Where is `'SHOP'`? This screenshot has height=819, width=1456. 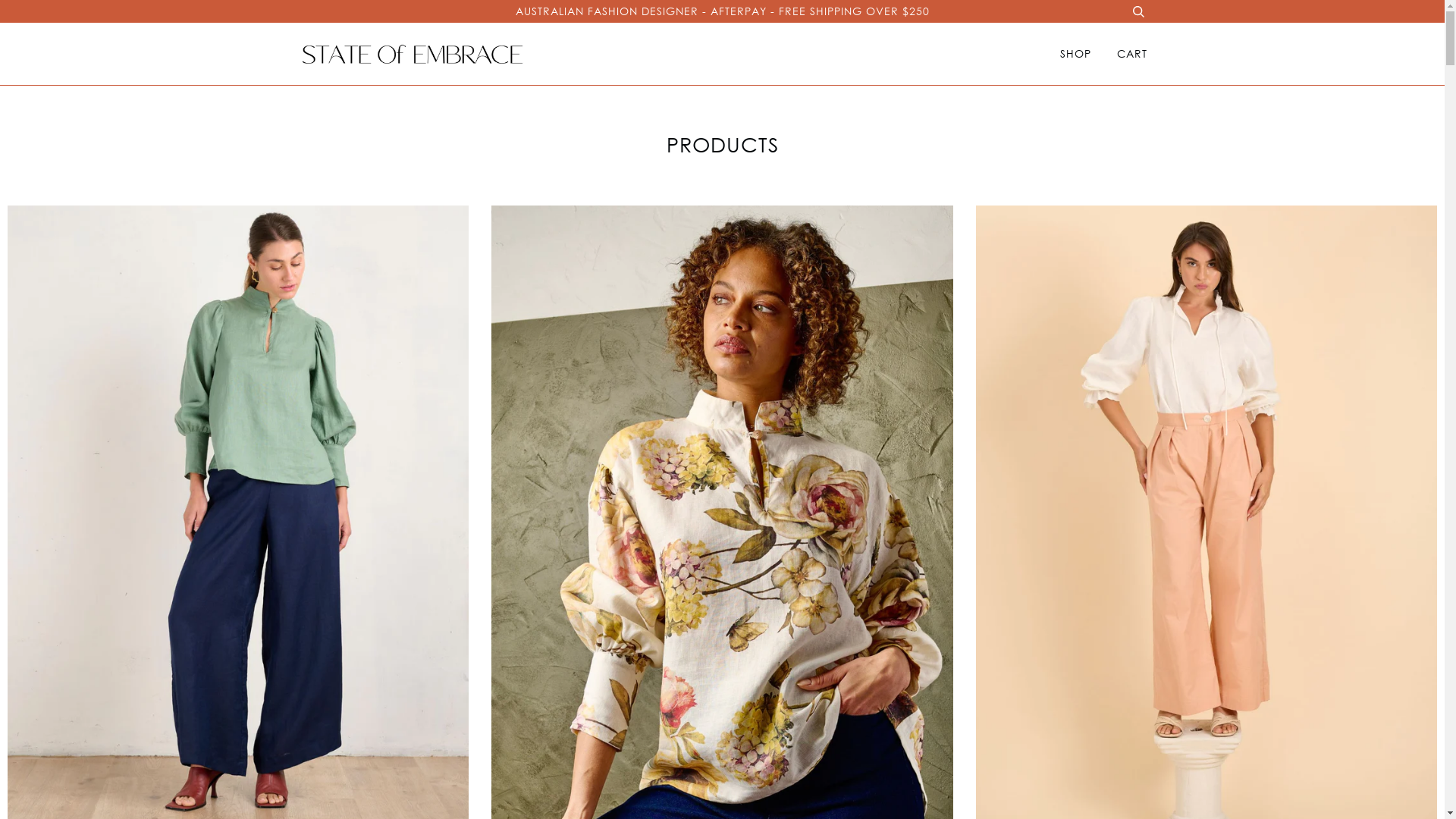
'SHOP' is located at coordinates (1075, 52).